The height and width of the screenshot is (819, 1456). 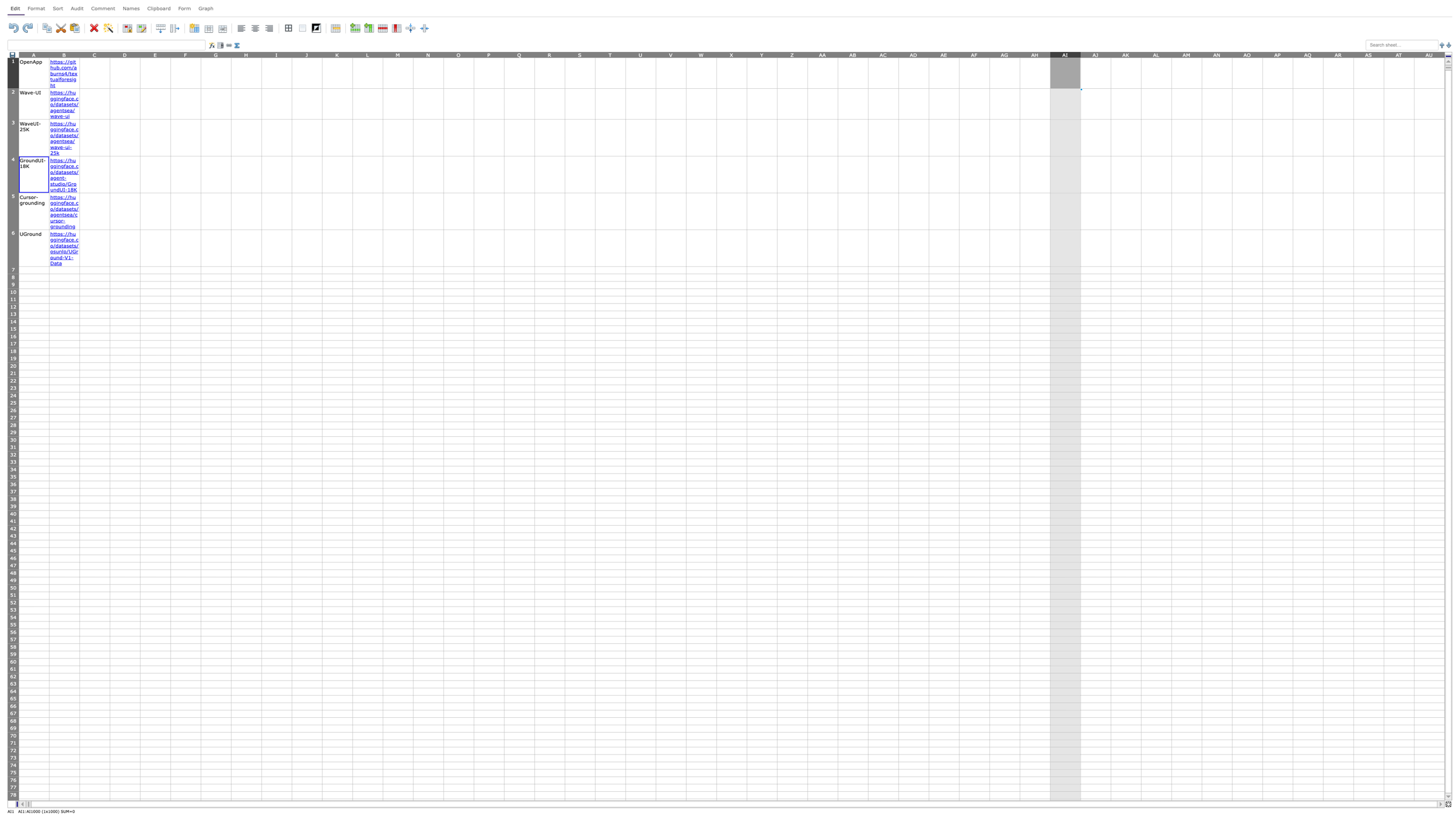 What do you see at coordinates (1125, 54) in the screenshot?
I see `column AK` at bounding box center [1125, 54].